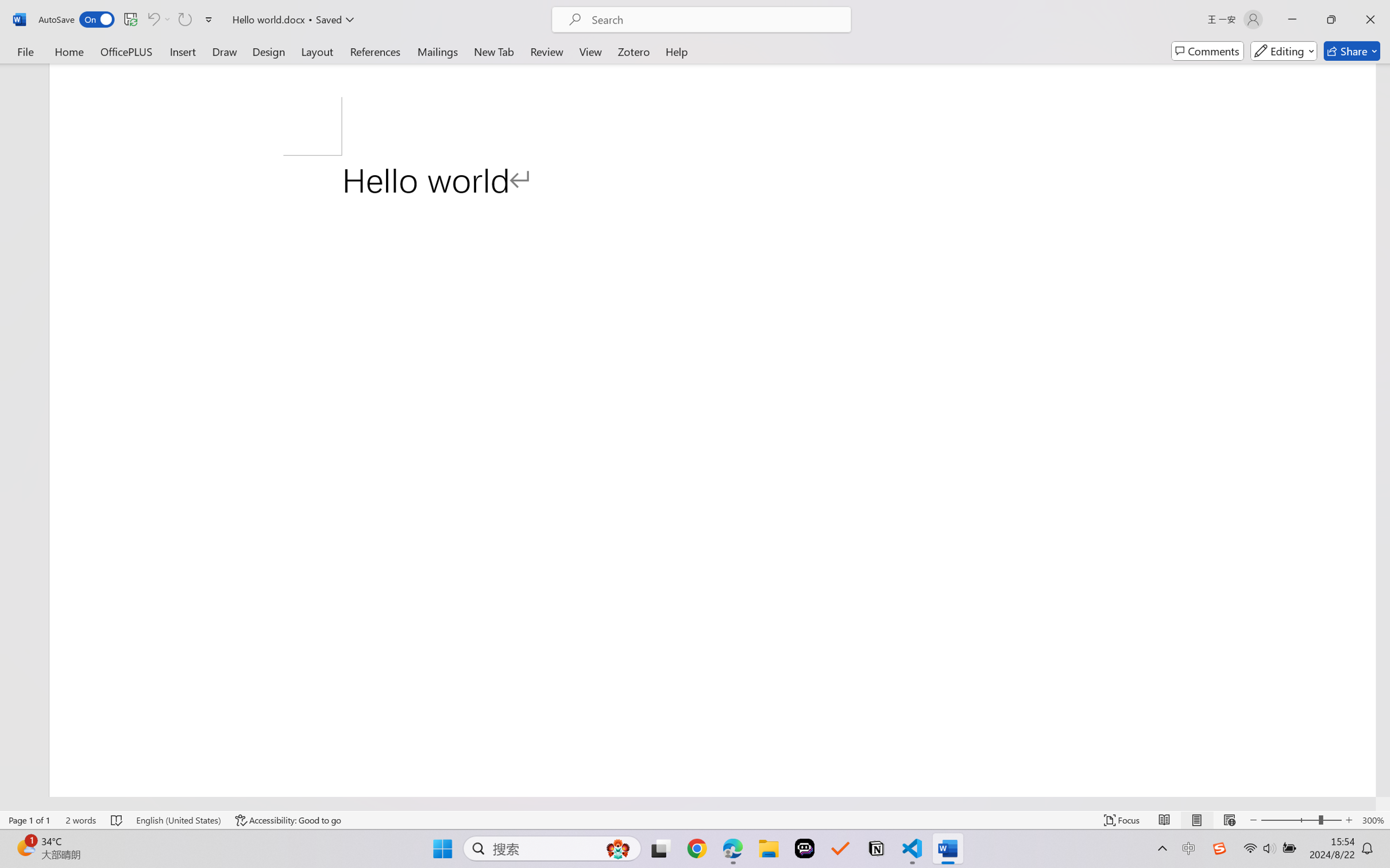 The image size is (1390, 868). What do you see at coordinates (1289, 820) in the screenshot?
I see `'Zoom Out'` at bounding box center [1289, 820].